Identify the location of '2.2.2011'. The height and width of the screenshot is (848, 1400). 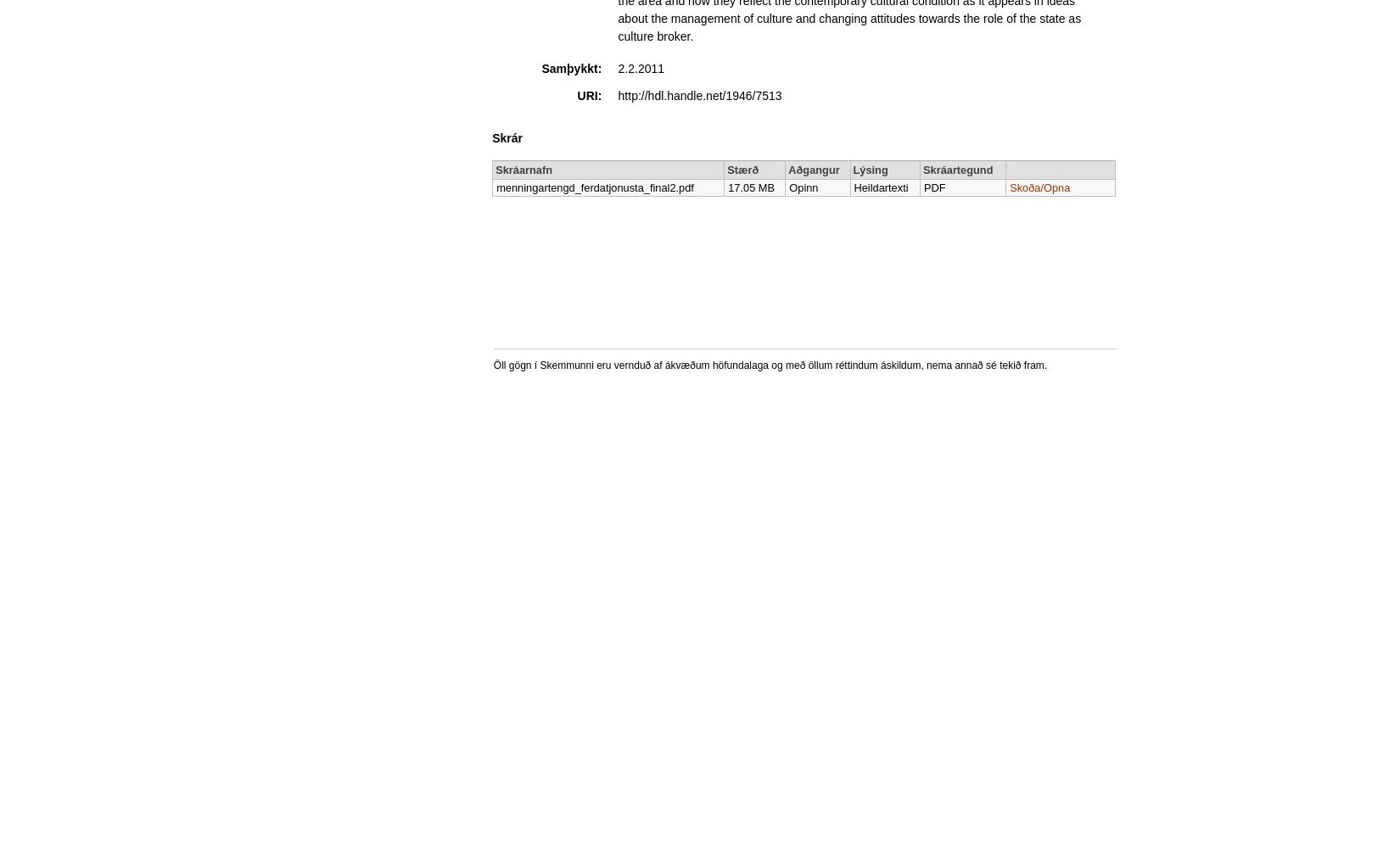
(640, 67).